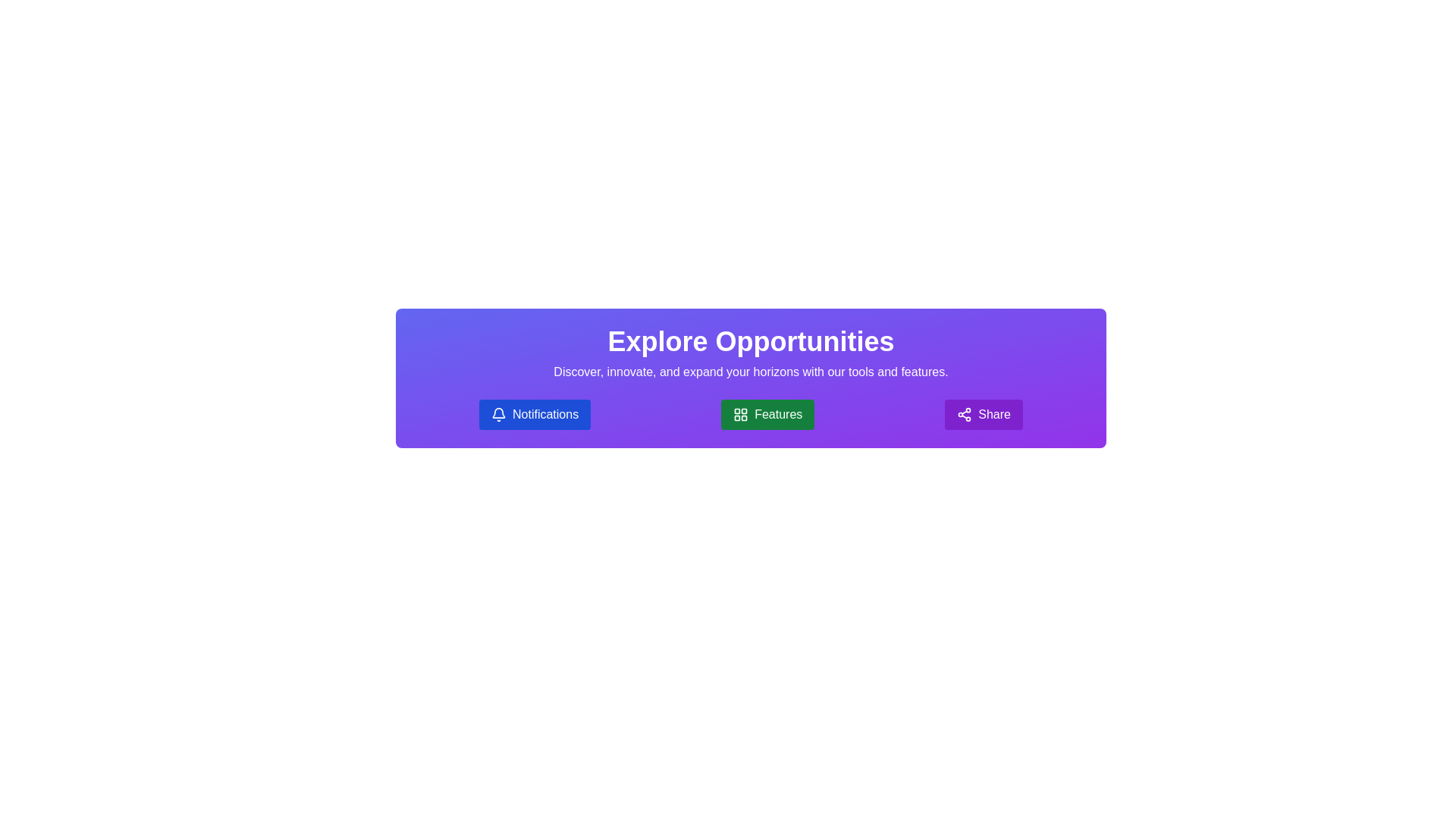 The width and height of the screenshot is (1456, 819). Describe the element at coordinates (498, 413) in the screenshot. I see `the bell-shaped notification icon located to the left of the 'Notifications' text in the central notification button group` at that location.